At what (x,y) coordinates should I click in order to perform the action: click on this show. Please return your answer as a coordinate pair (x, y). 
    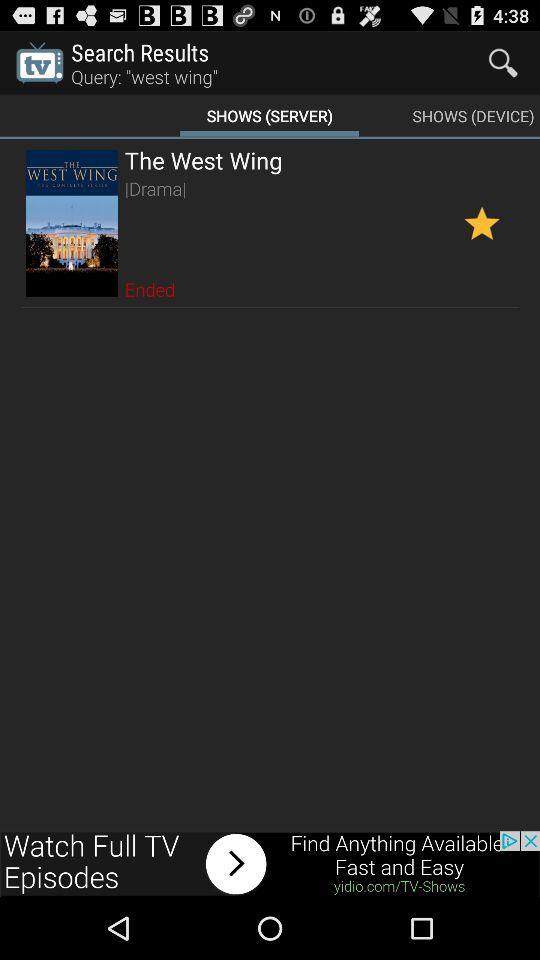
    Looking at the image, I should click on (481, 223).